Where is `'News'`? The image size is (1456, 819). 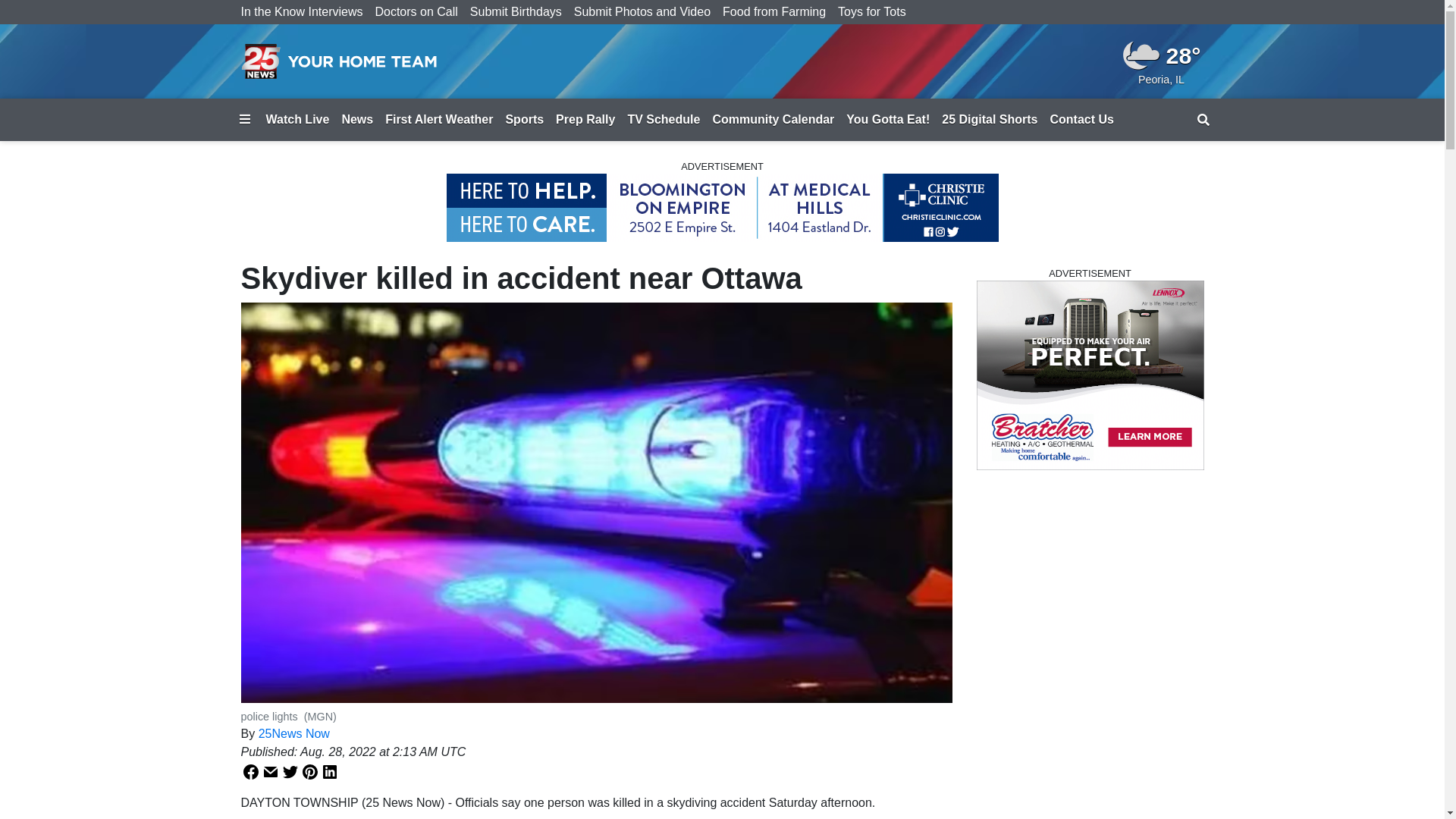
'News' is located at coordinates (356, 119).